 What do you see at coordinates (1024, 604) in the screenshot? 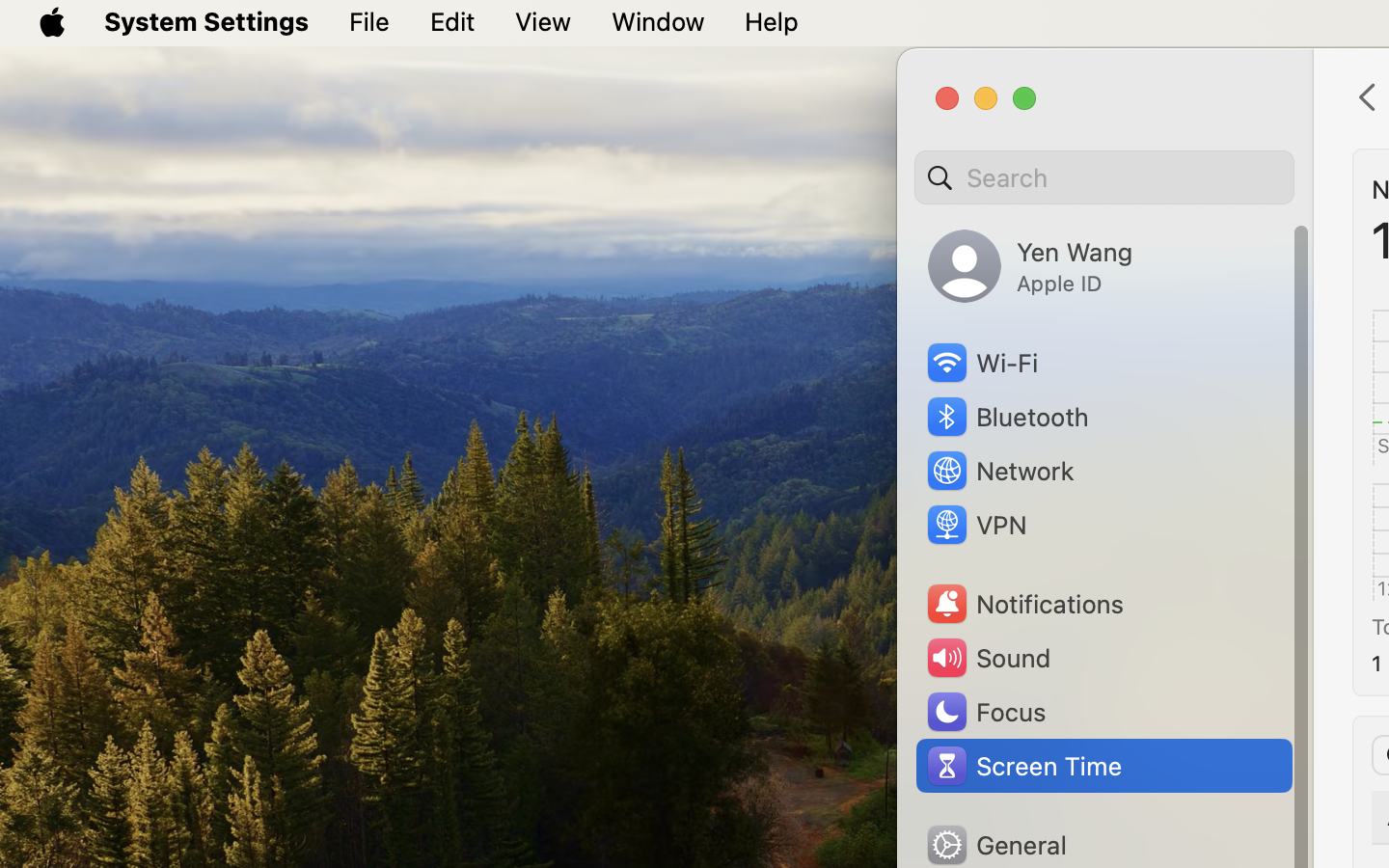
I see `'Notifications'` at bounding box center [1024, 604].